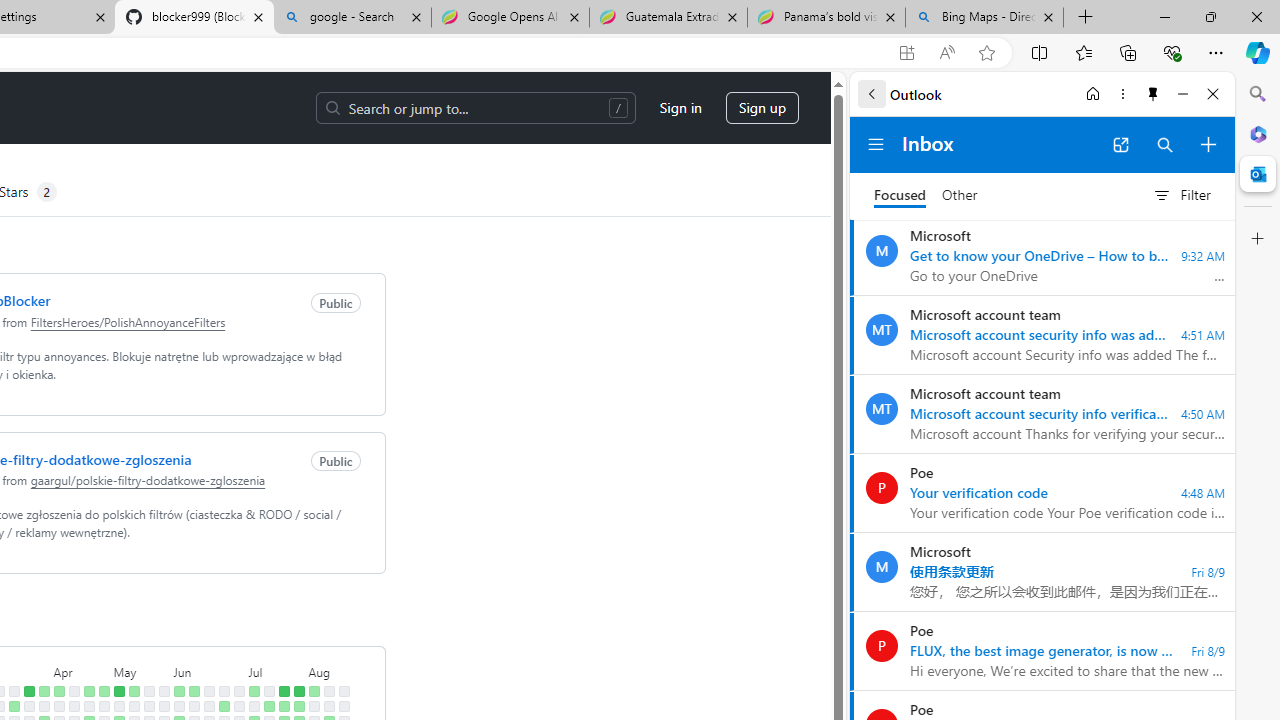  What do you see at coordinates (1181, 195) in the screenshot?
I see `'Filter'` at bounding box center [1181, 195].